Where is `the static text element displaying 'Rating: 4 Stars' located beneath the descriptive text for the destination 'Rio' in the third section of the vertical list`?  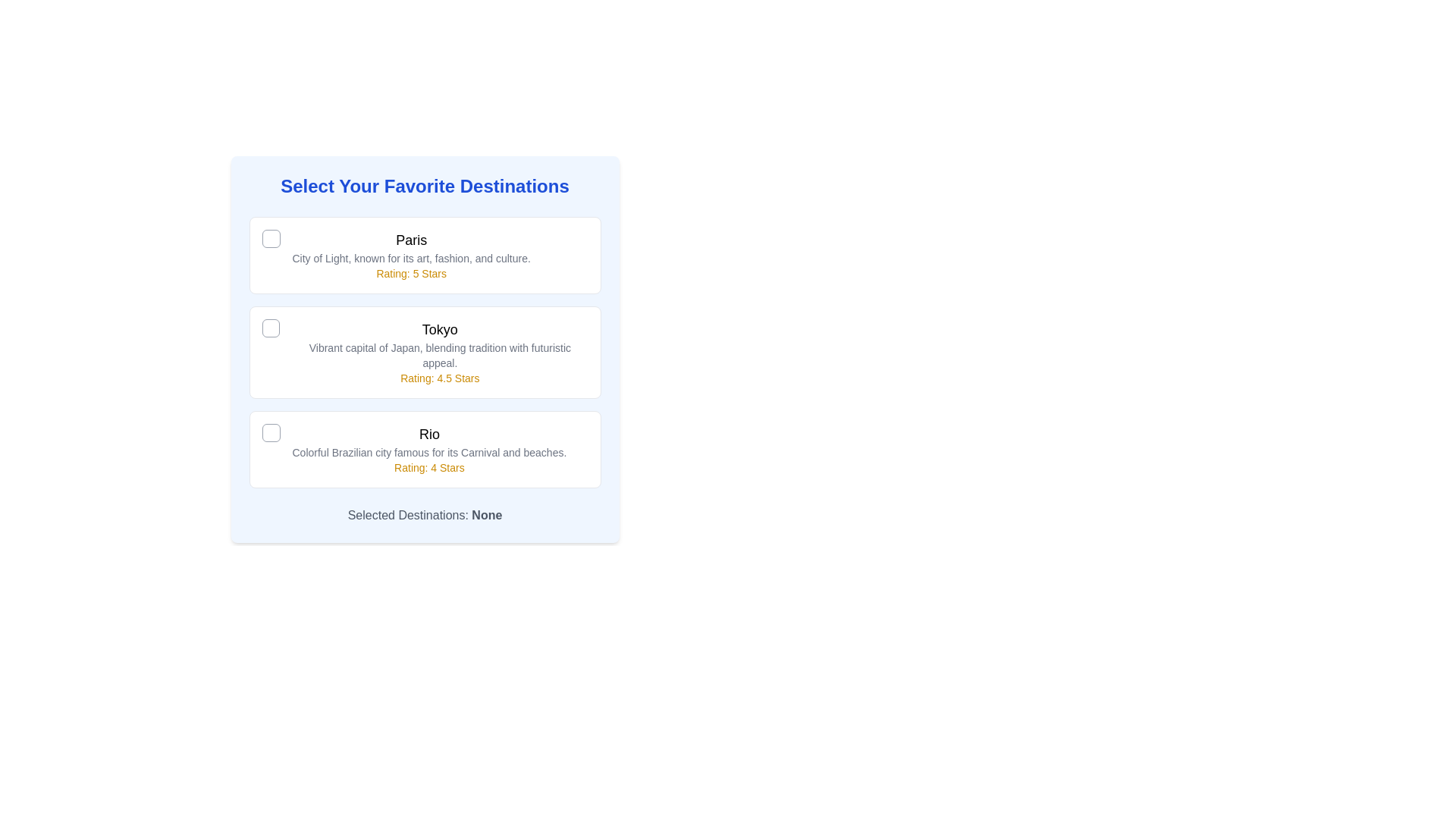
the static text element displaying 'Rating: 4 Stars' located beneath the descriptive text for the destination 'Rio' in the third section of the vertical list is located at coordinates (428, 467).